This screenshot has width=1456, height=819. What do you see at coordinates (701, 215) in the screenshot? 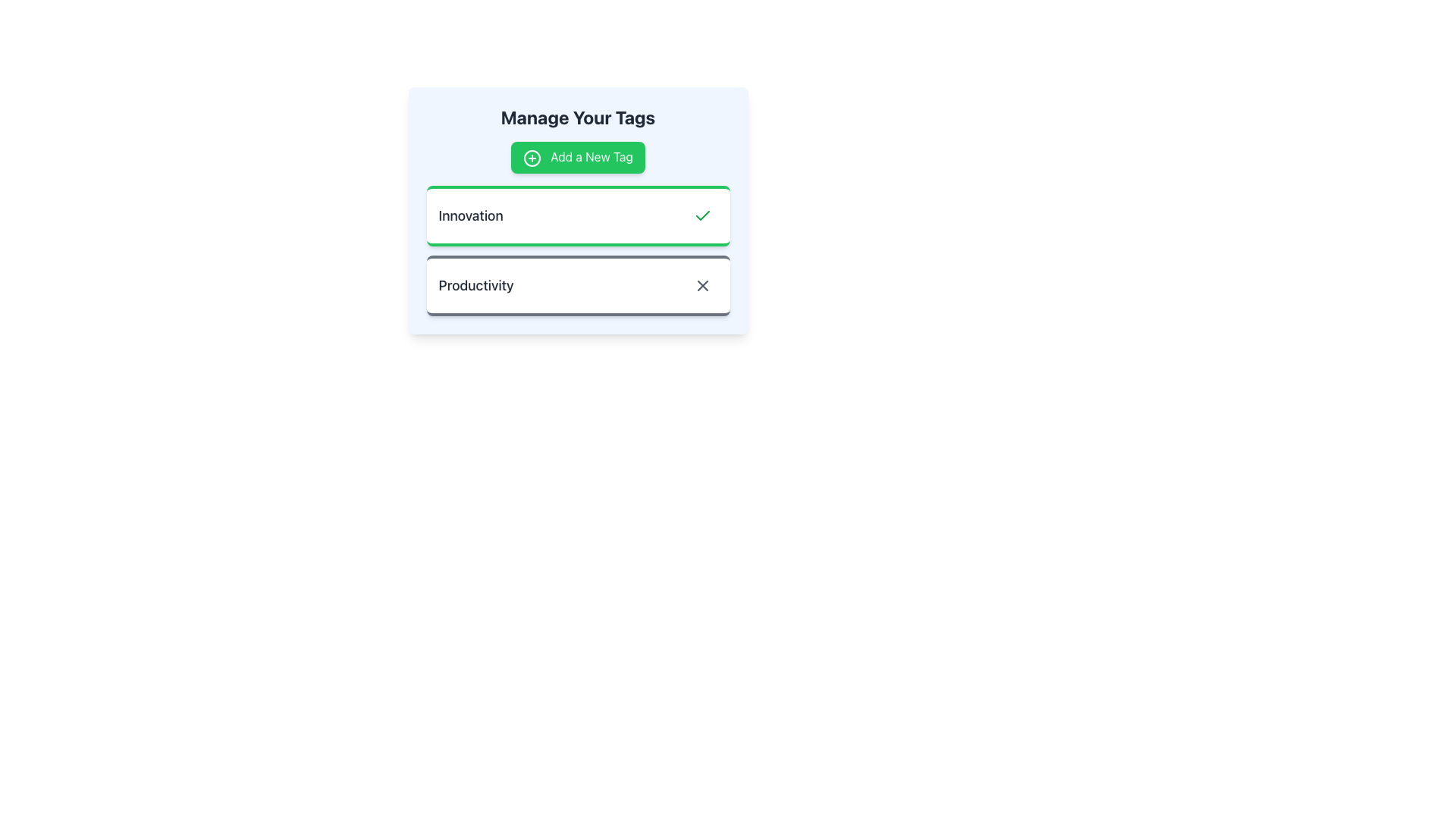
I see `the green checkmark icon styled with a circle, located next to the 'Innovation' label within the 'Manage Your Tags' interface` at bounding box center [701, 215].